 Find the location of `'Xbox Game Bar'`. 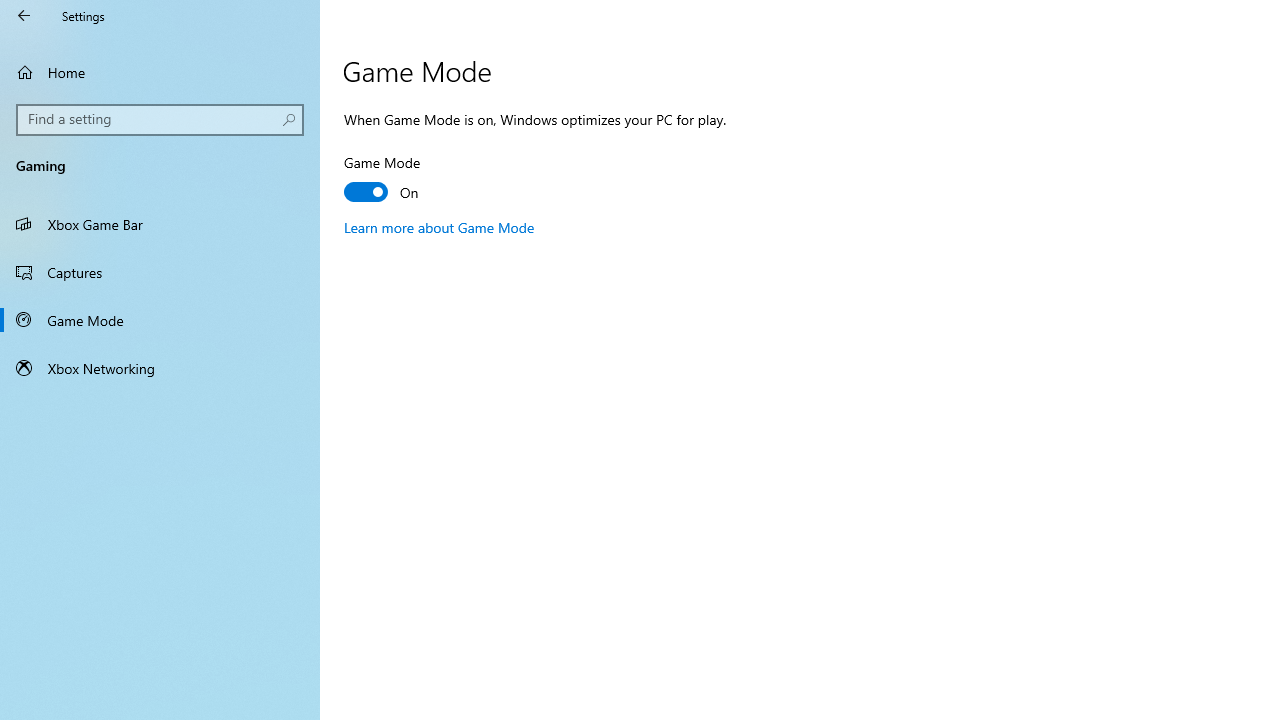

'Xbox Game Bar' is located at coordinates (160, 223).